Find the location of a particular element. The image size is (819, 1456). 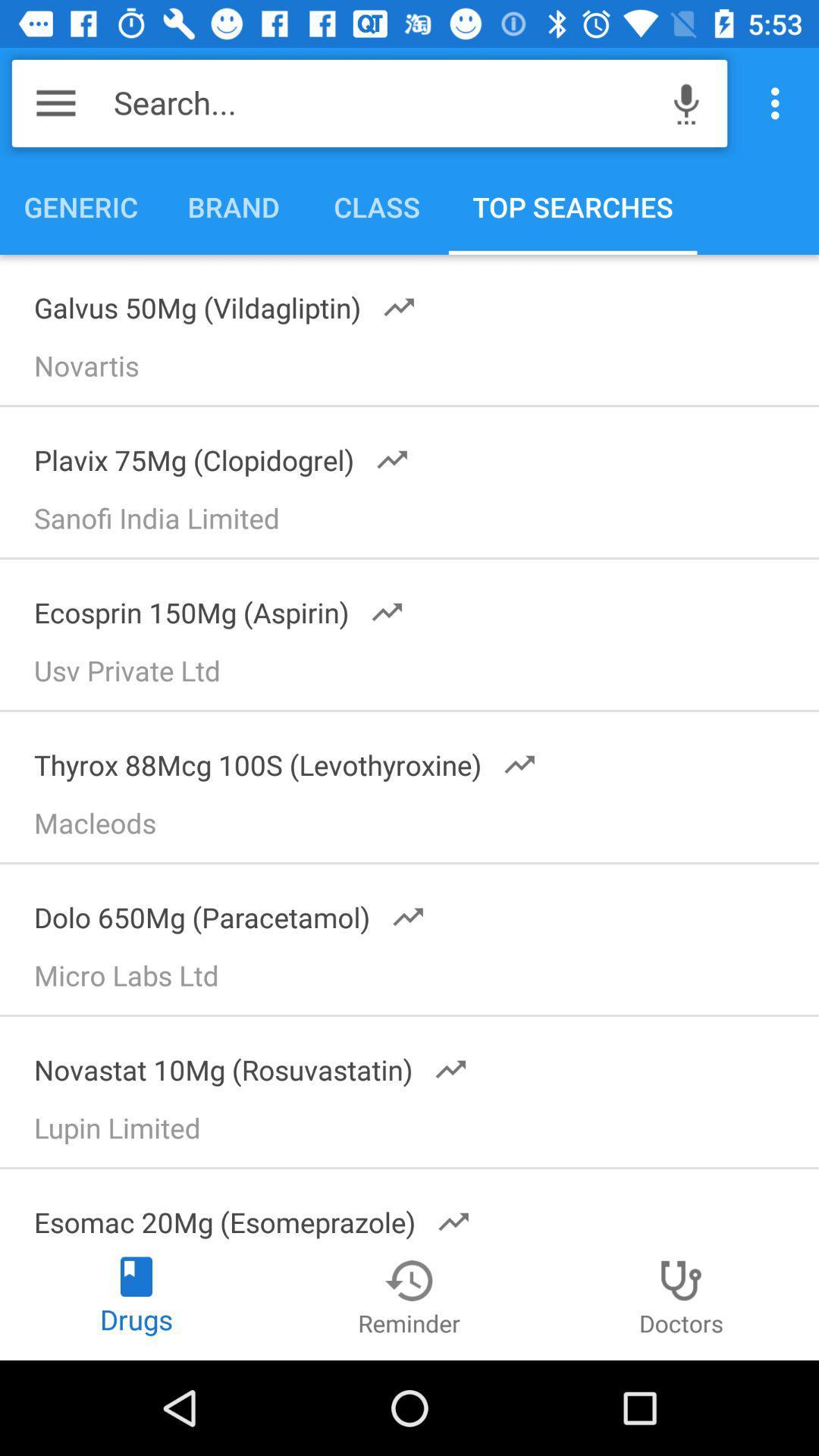

icon next to the search... is located at coordinates (686, 102).